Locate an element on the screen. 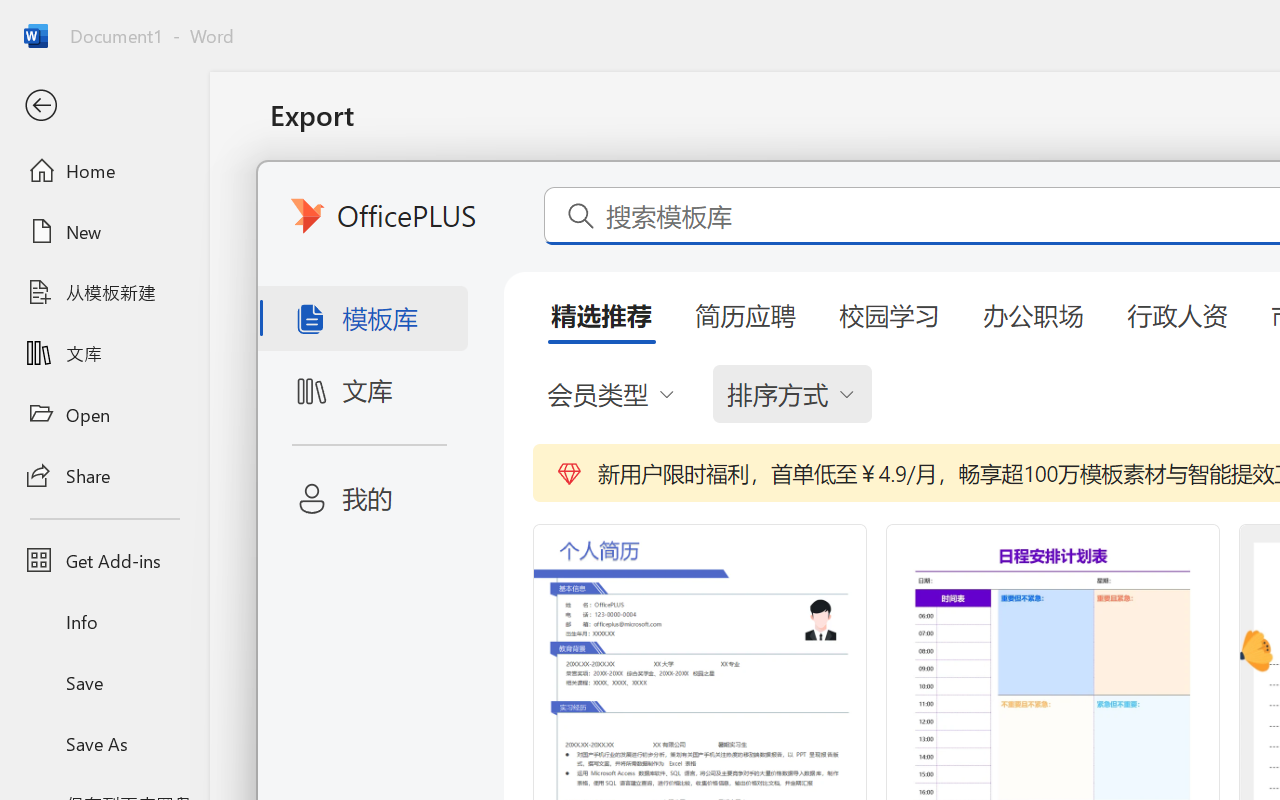  'Get Add-ins' is located at coordinates (103, 560).